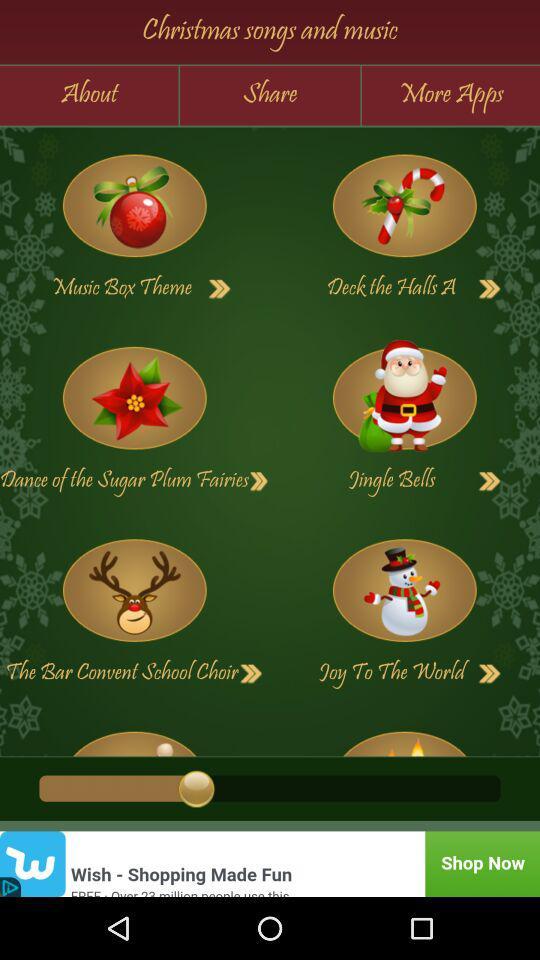  Describe the element at coordinates (134, 590) in the screenshot. I see `games page` at that location.